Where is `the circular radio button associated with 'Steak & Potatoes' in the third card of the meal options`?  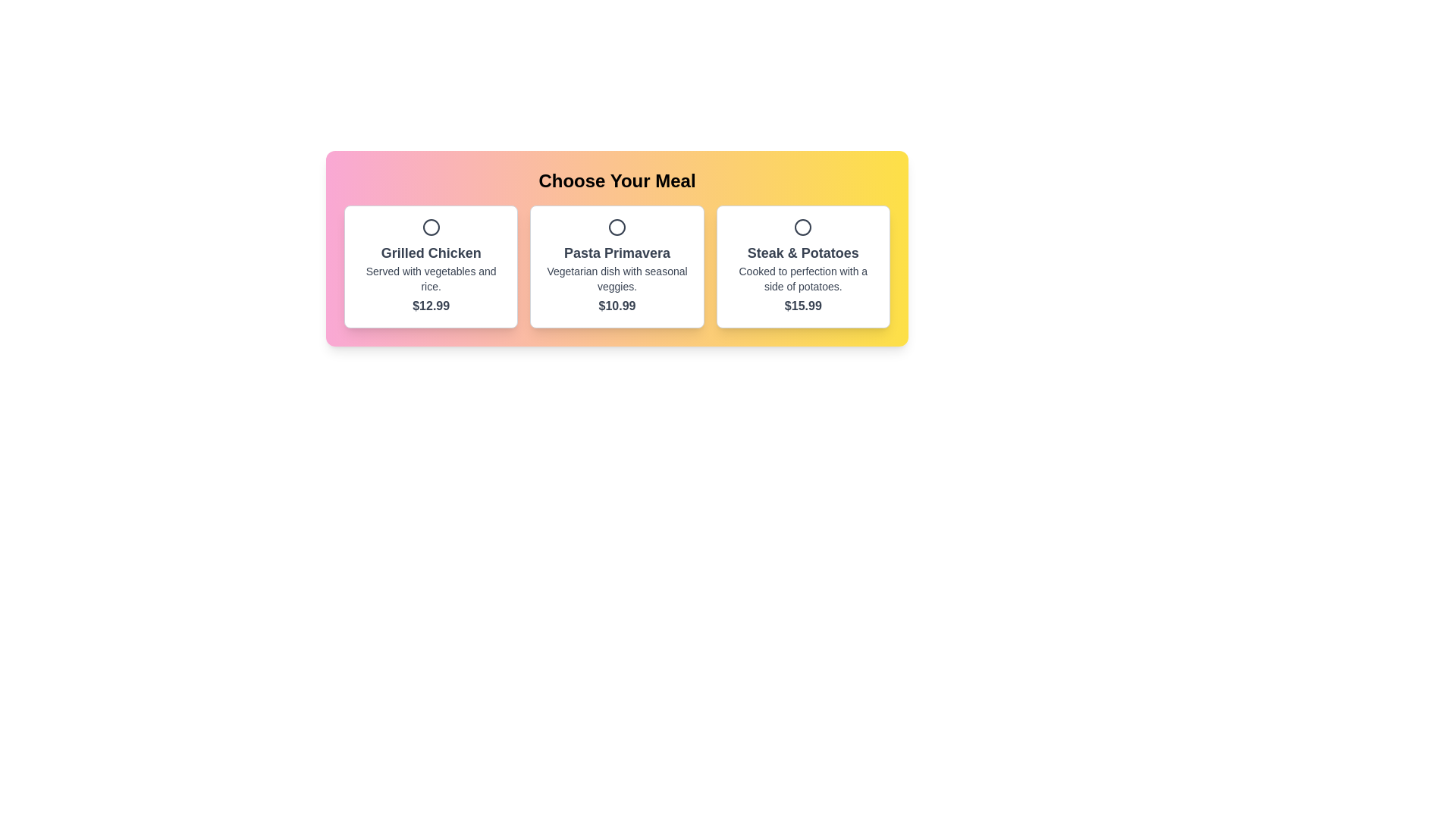
the circular radio button associated with 'Steak & Potatoes' in the third card of the meal options is located at coordinates (802, 227).